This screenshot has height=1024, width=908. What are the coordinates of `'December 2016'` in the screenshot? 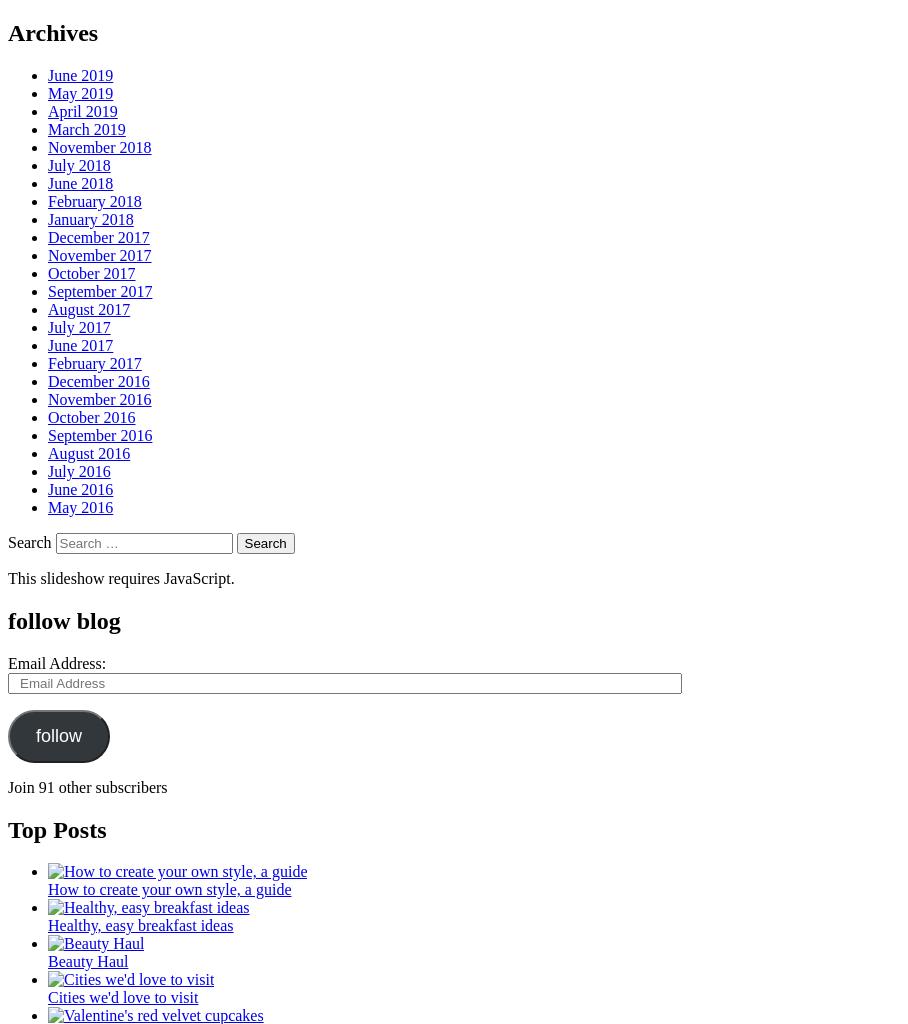 It's located at (97, 380).